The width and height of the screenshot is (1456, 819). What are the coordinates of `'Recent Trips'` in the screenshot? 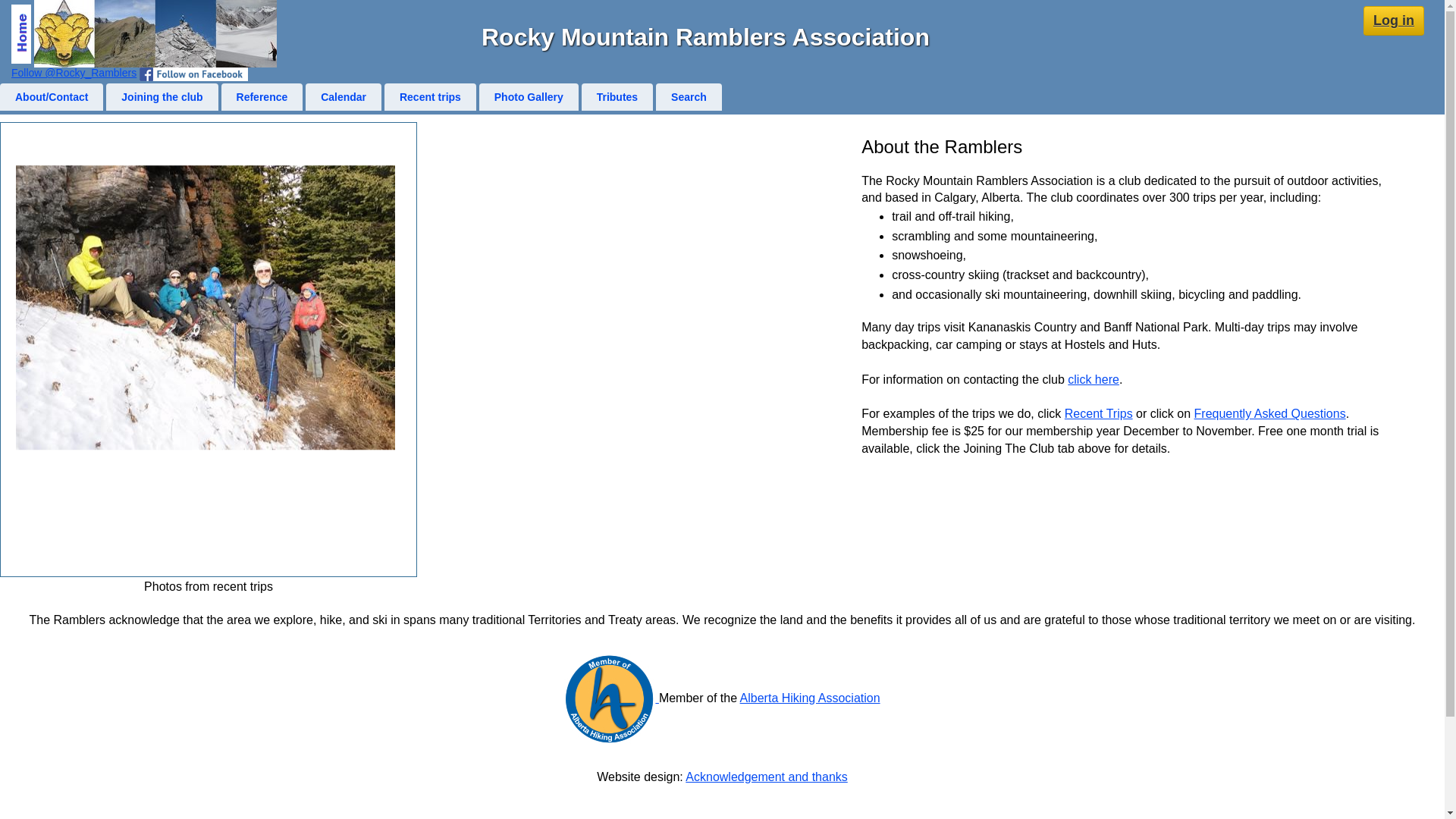 It's located at (1099, 413).